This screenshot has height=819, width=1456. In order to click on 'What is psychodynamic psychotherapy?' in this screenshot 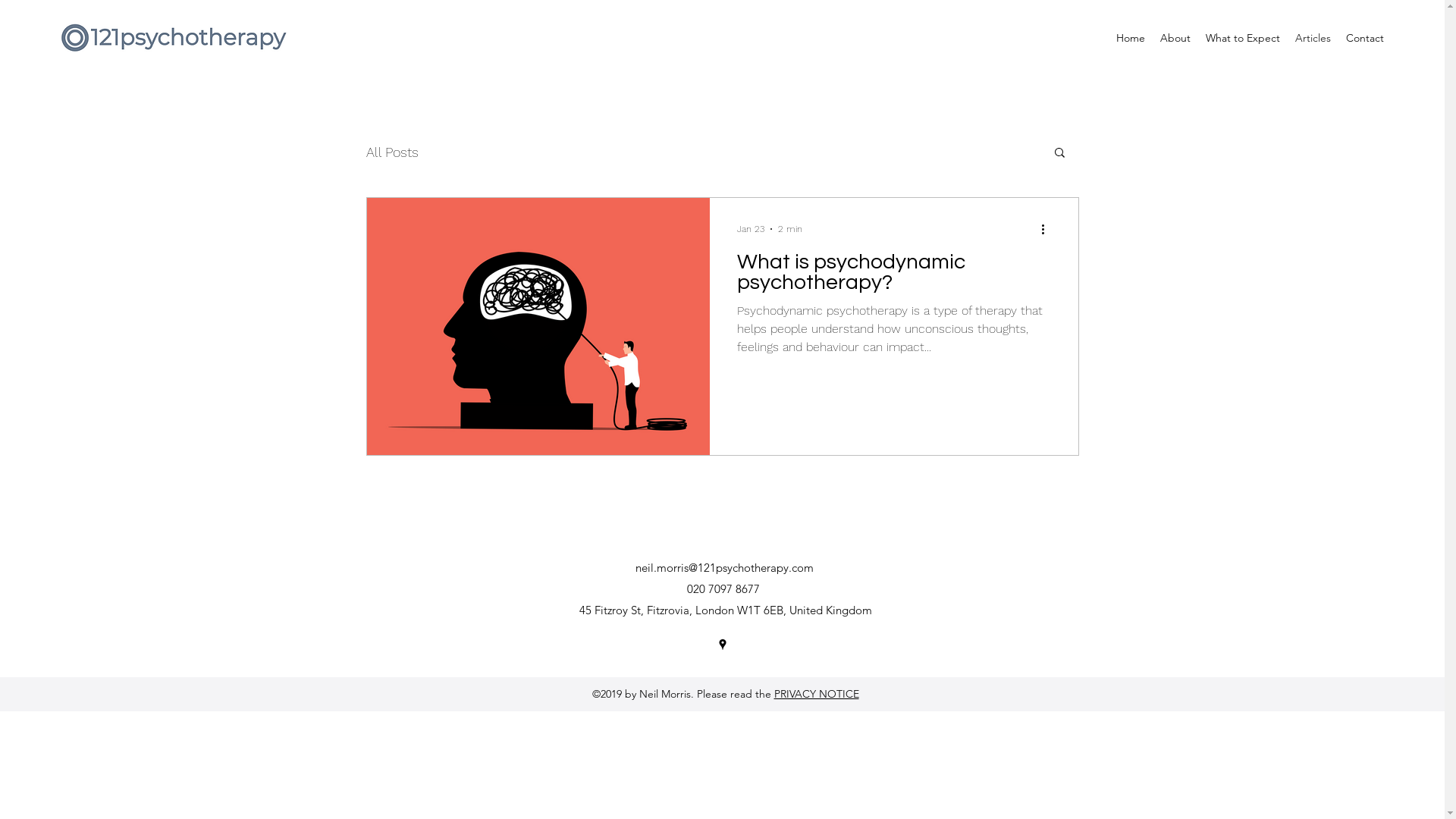, I will do `click(736, 276)`.